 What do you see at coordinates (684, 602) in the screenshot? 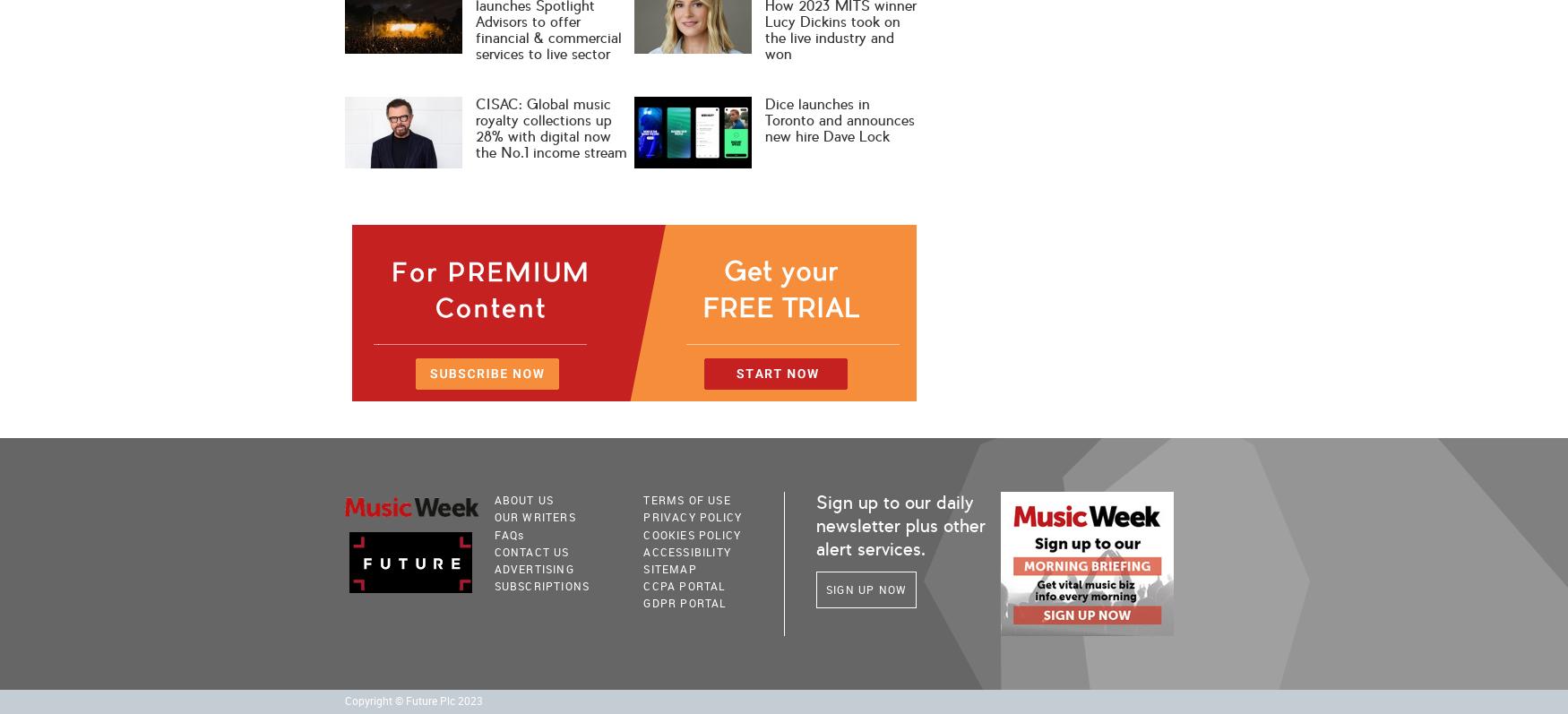
I see `'GDPR Portal'` at bounding box center [684, 602].